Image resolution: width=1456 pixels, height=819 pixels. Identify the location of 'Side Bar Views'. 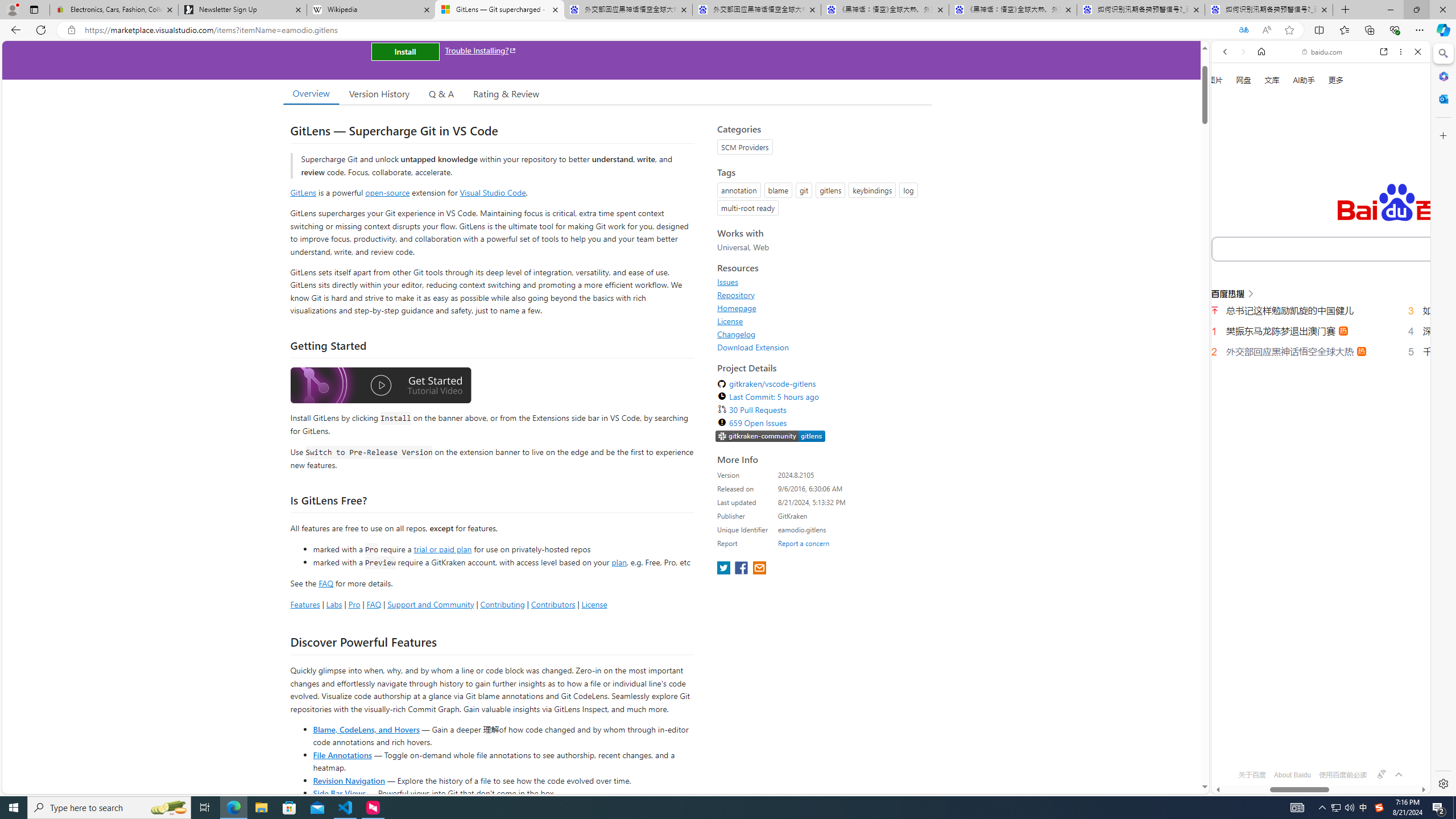
(338, 792).